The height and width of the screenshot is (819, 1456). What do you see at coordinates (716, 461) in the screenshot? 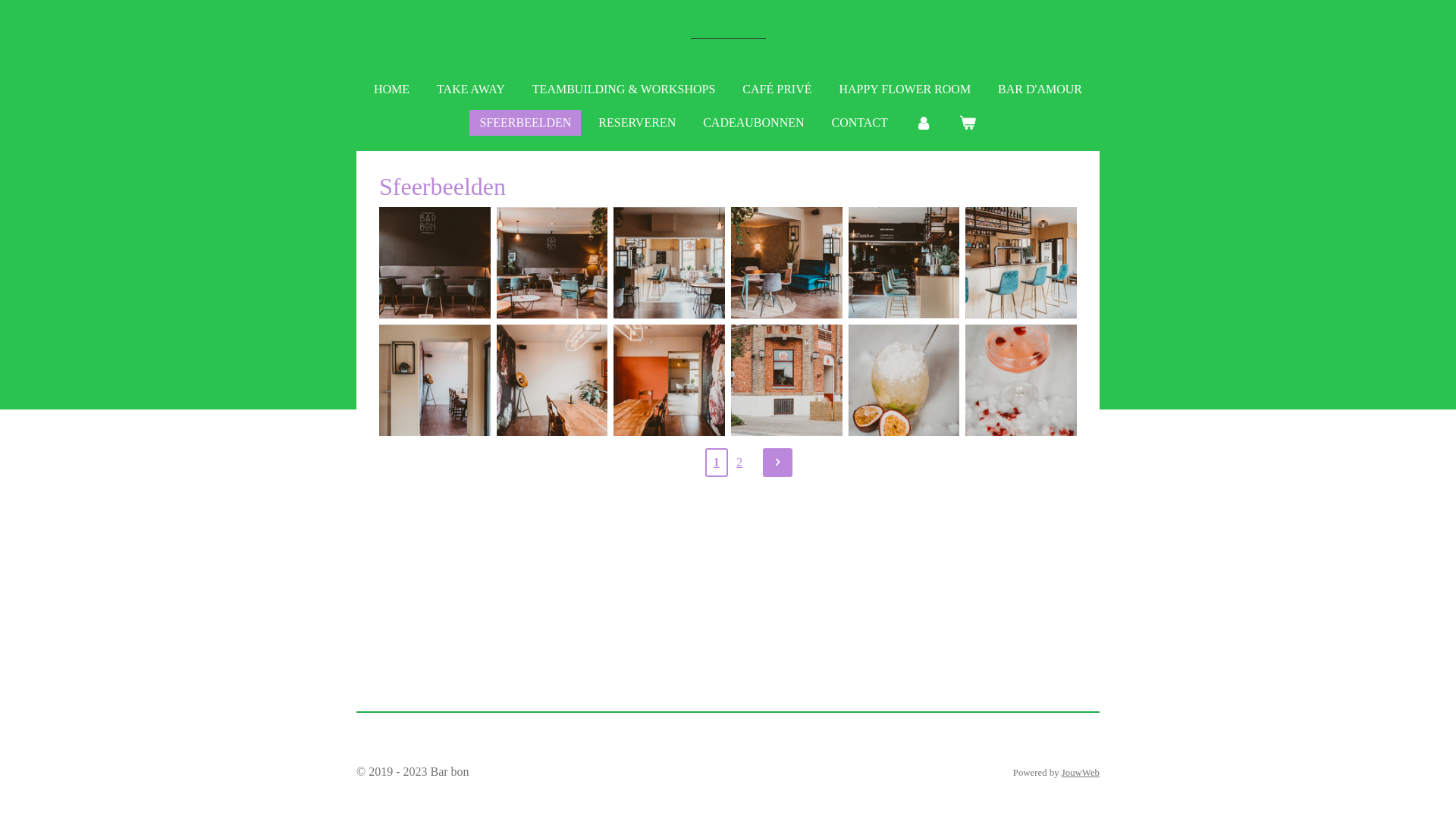
I see `'1'` at bounding box center [716, 461].